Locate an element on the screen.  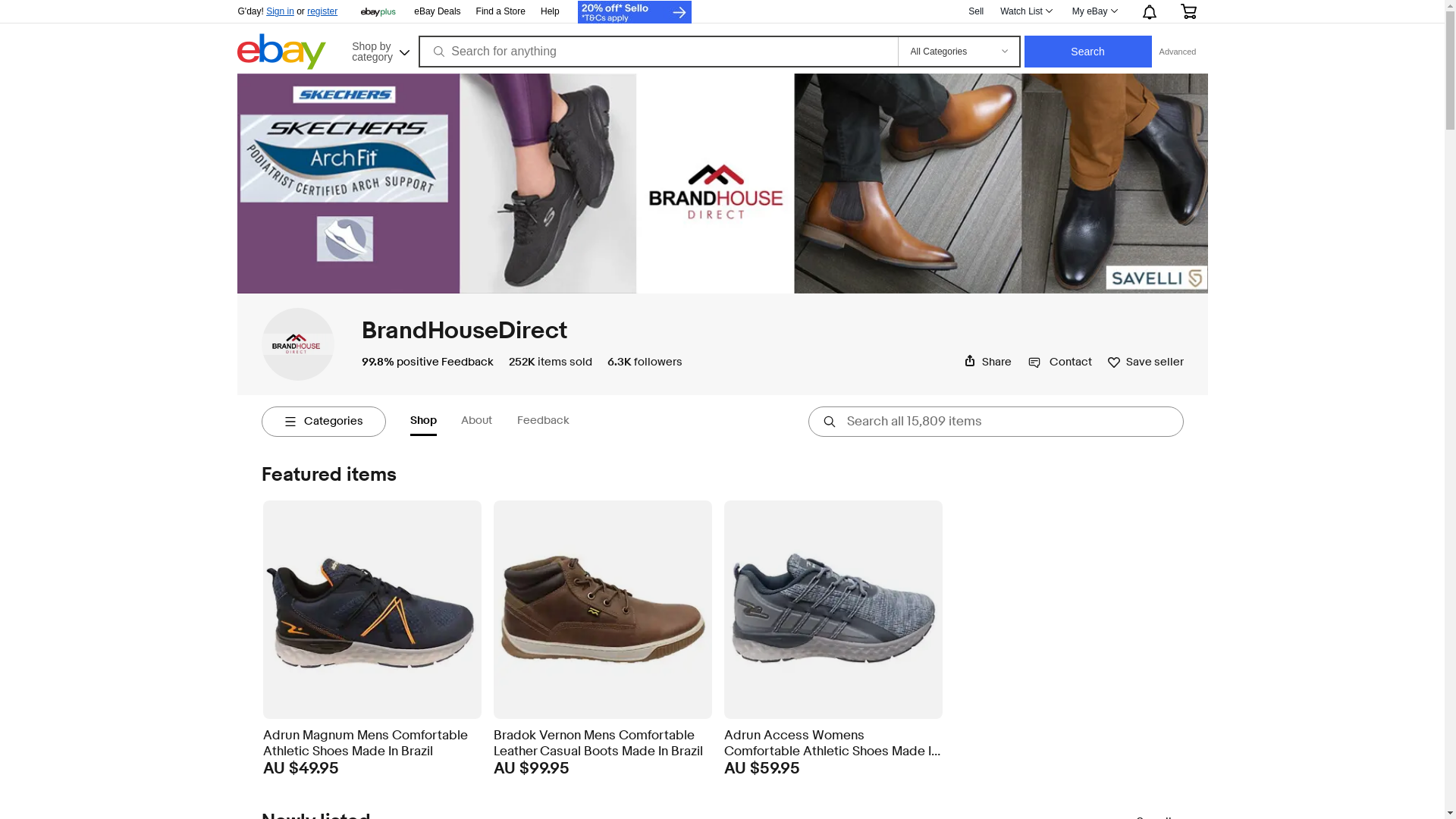
'Shop by category' is located at coordinates (378, 49).